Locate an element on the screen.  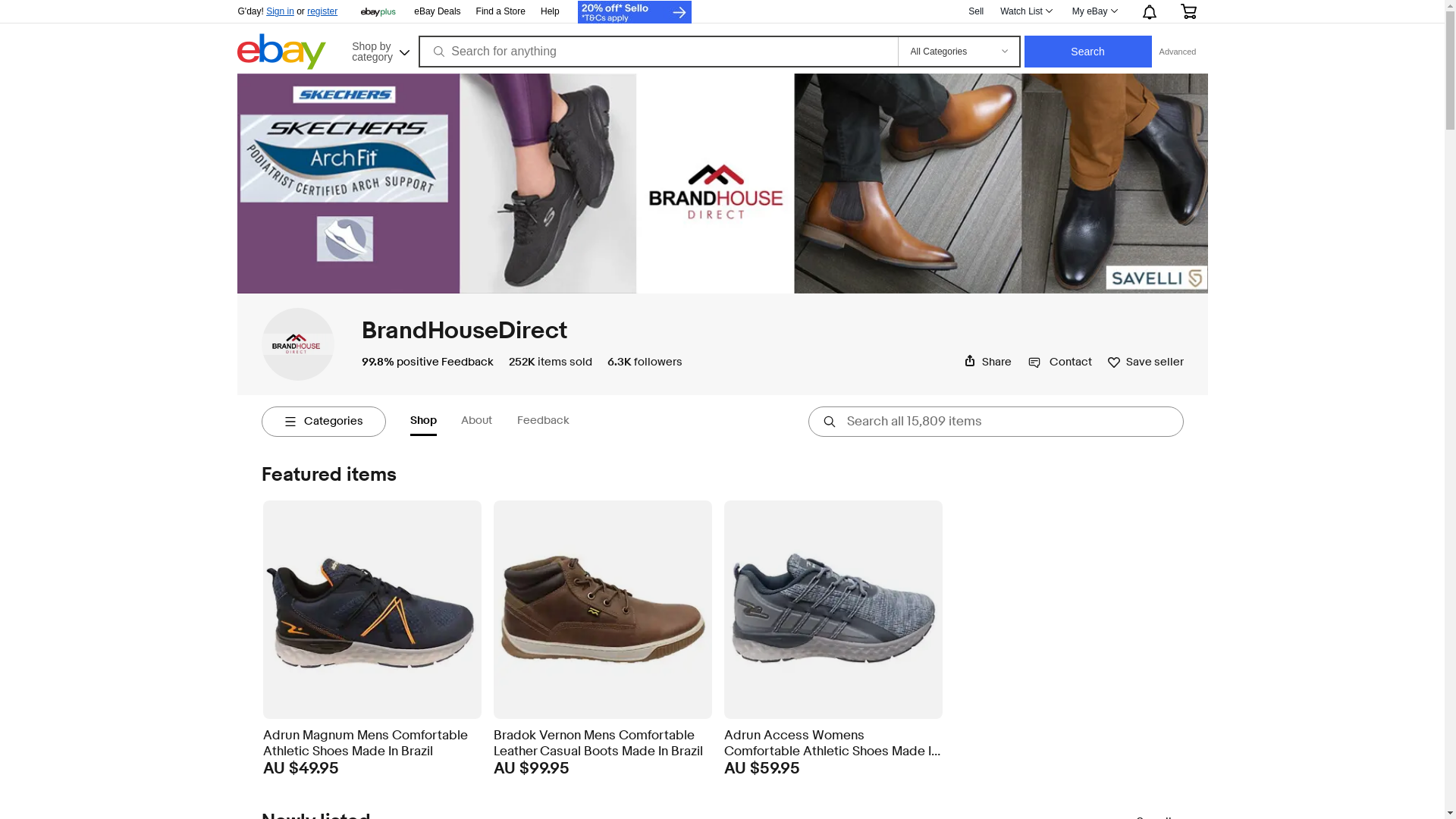
'Shop by category' is located at coordinates (378, 49).